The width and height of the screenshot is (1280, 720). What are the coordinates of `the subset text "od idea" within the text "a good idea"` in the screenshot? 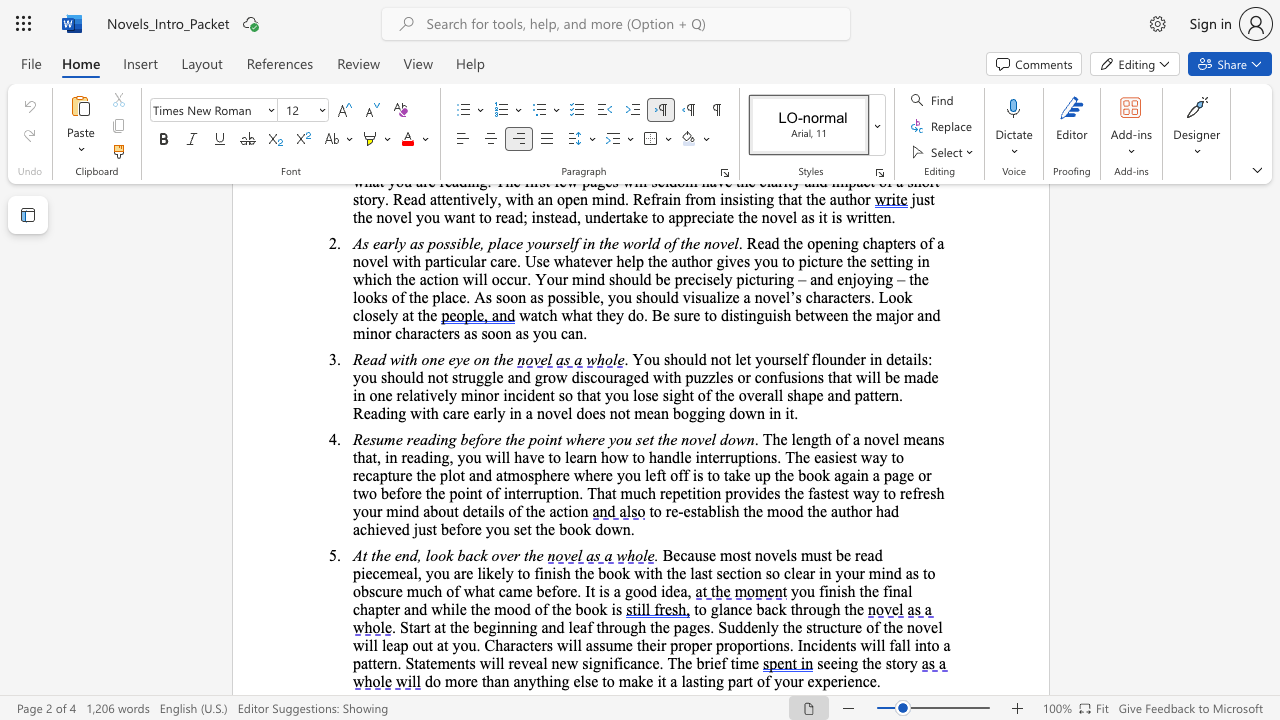 It's located at (640, 590).